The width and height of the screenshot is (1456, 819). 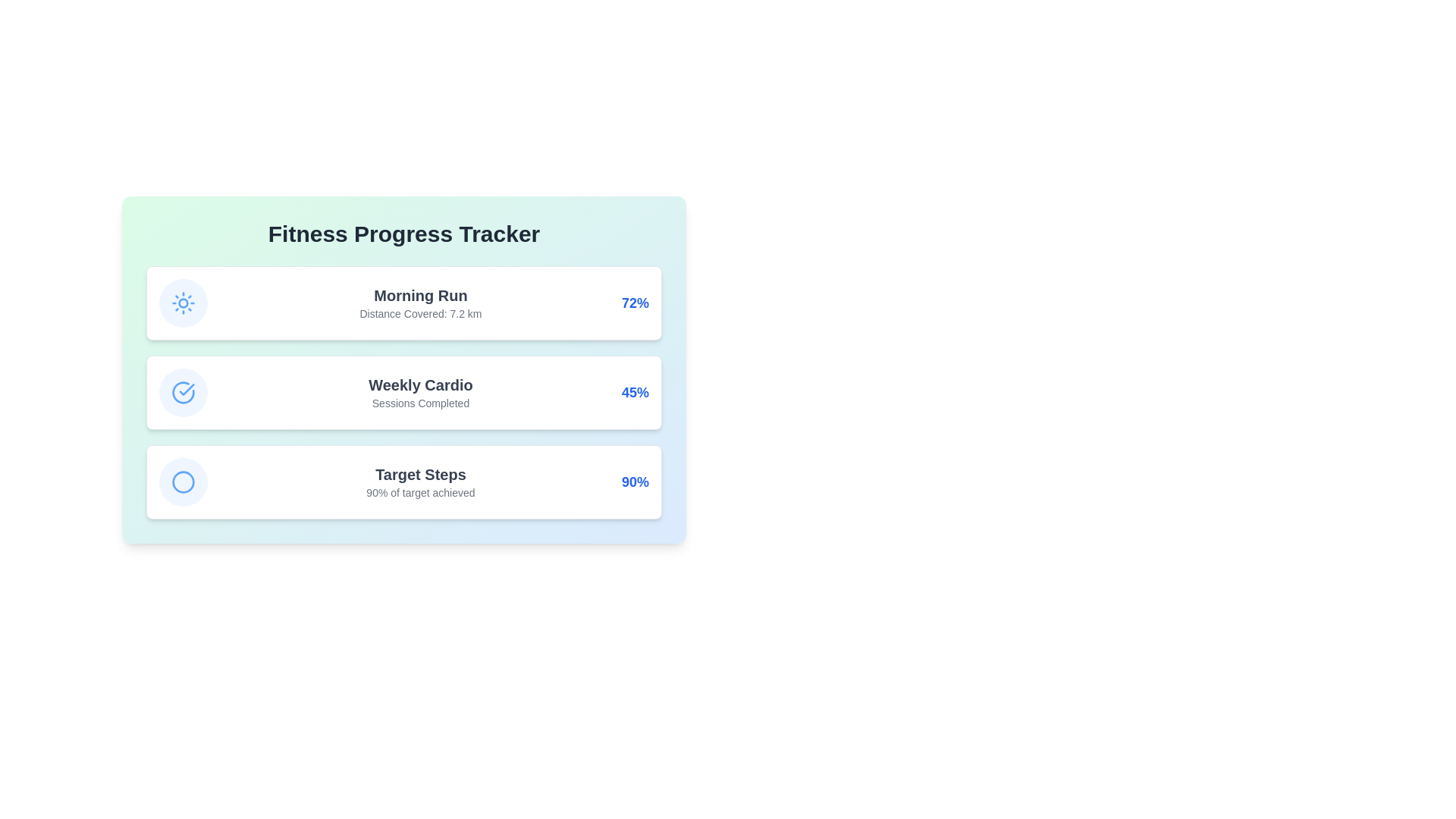 What do you see at coordinates (421, 312) in the screenshot?
I see `text label displaying 'Distance Covered: 7.2 km', which is positioned below the 'Morning Run' title and above the progress percentage indicator (72%)` at bounding box center [421, 312].